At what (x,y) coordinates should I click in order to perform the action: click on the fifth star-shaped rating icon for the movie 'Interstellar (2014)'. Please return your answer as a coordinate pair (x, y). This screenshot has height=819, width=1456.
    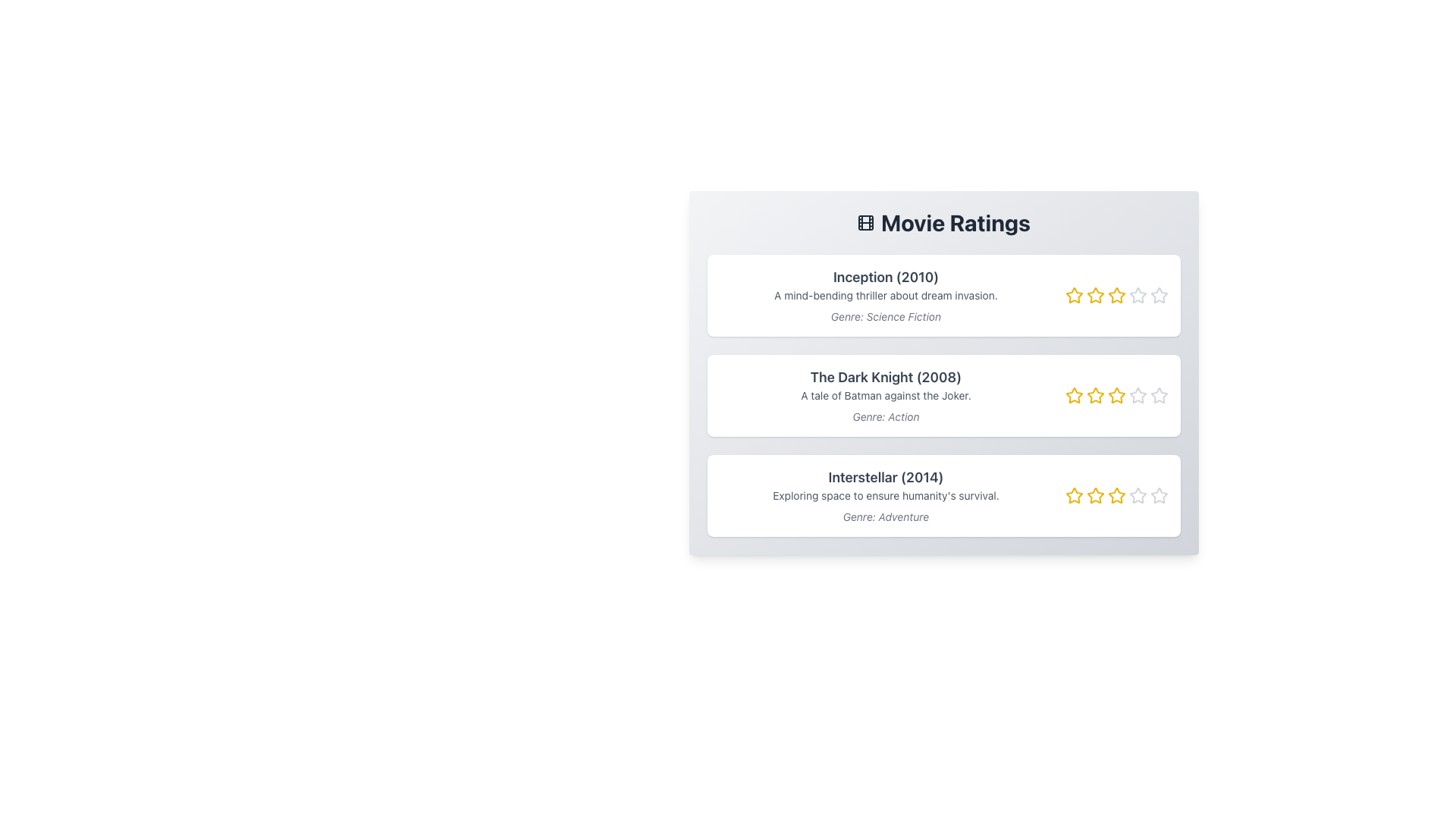
    Looking at the image, I should click on (1137, 495).